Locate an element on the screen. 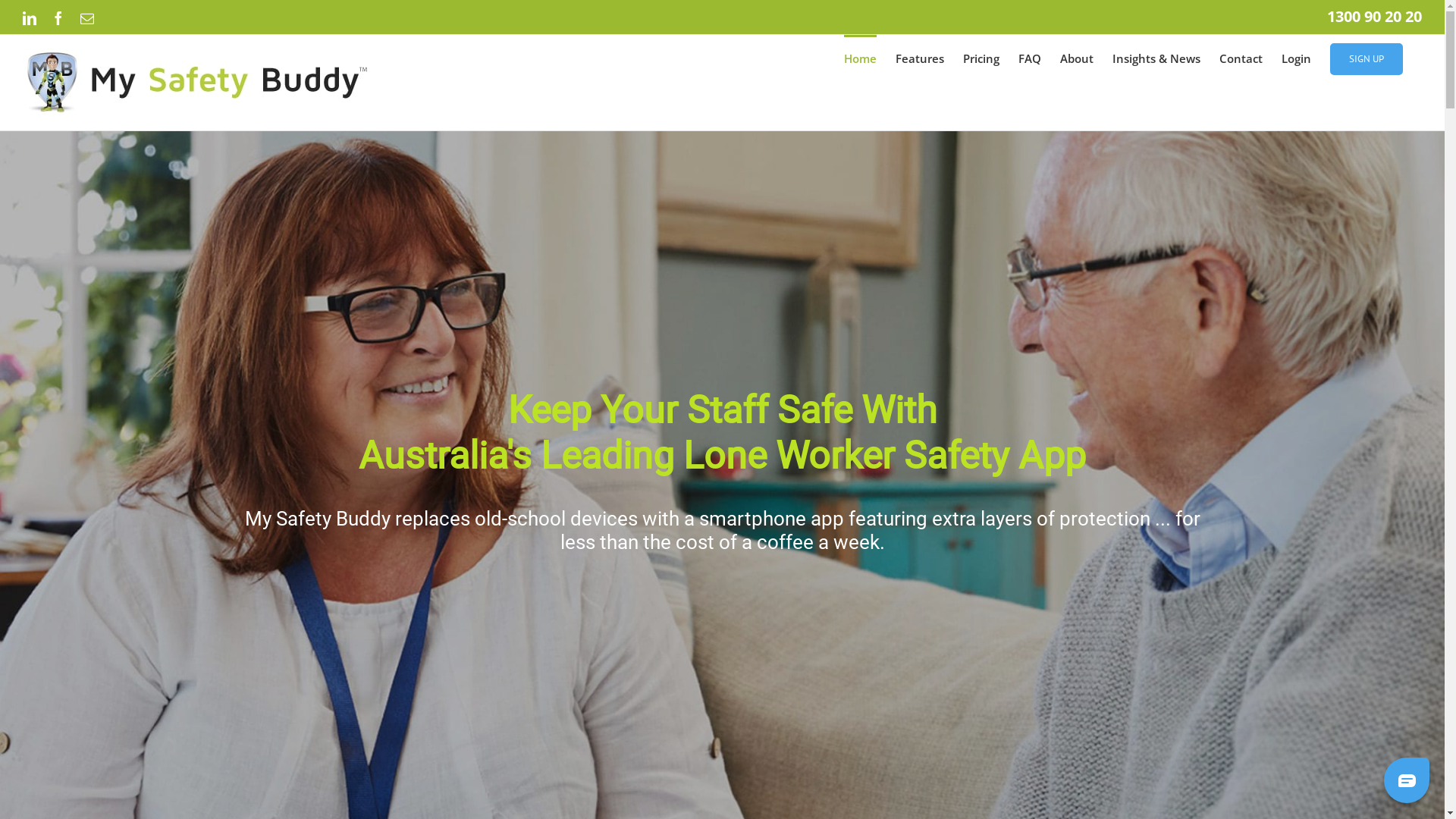  'Facebook' is located at coordinates (58, 17).